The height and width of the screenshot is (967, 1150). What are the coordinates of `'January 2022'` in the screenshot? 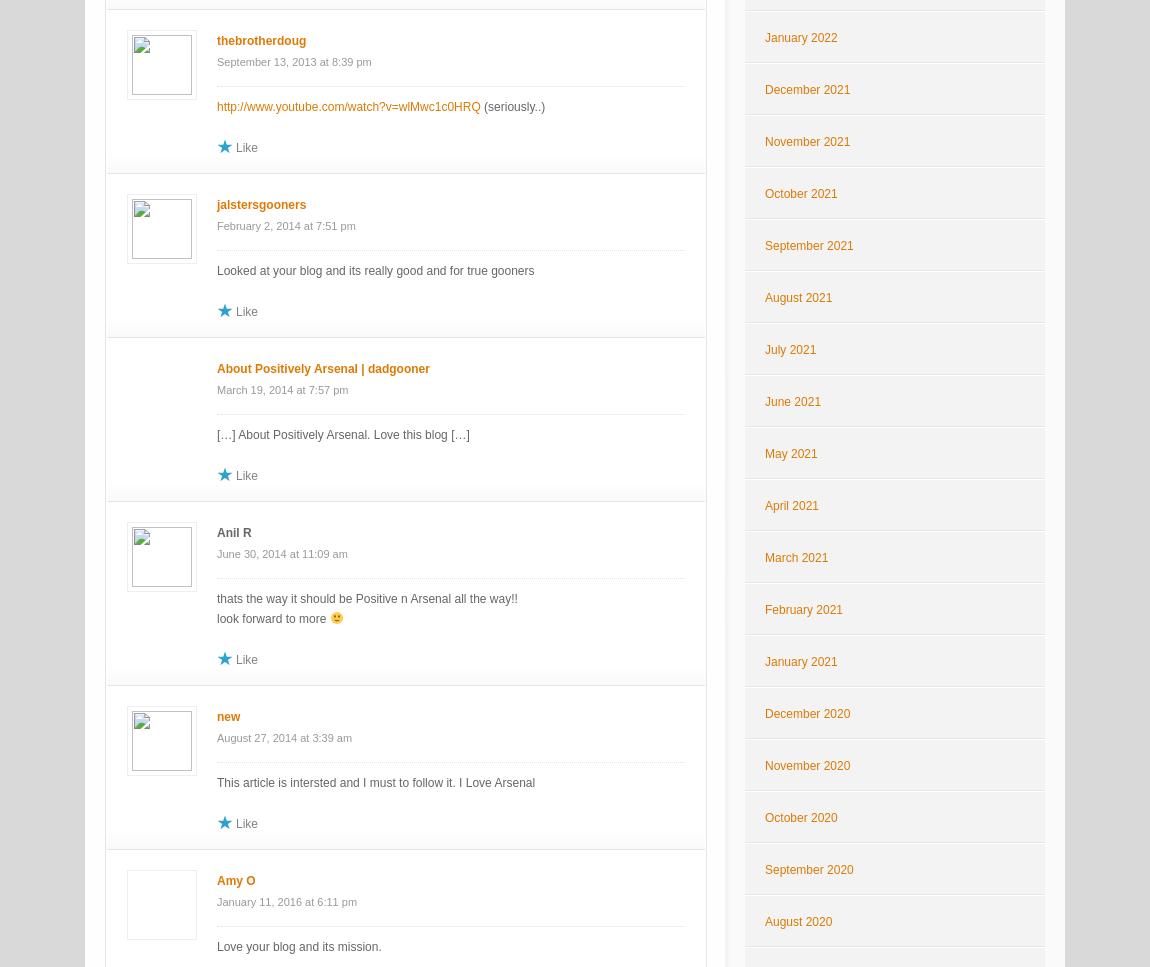 It's located at (799, 37).